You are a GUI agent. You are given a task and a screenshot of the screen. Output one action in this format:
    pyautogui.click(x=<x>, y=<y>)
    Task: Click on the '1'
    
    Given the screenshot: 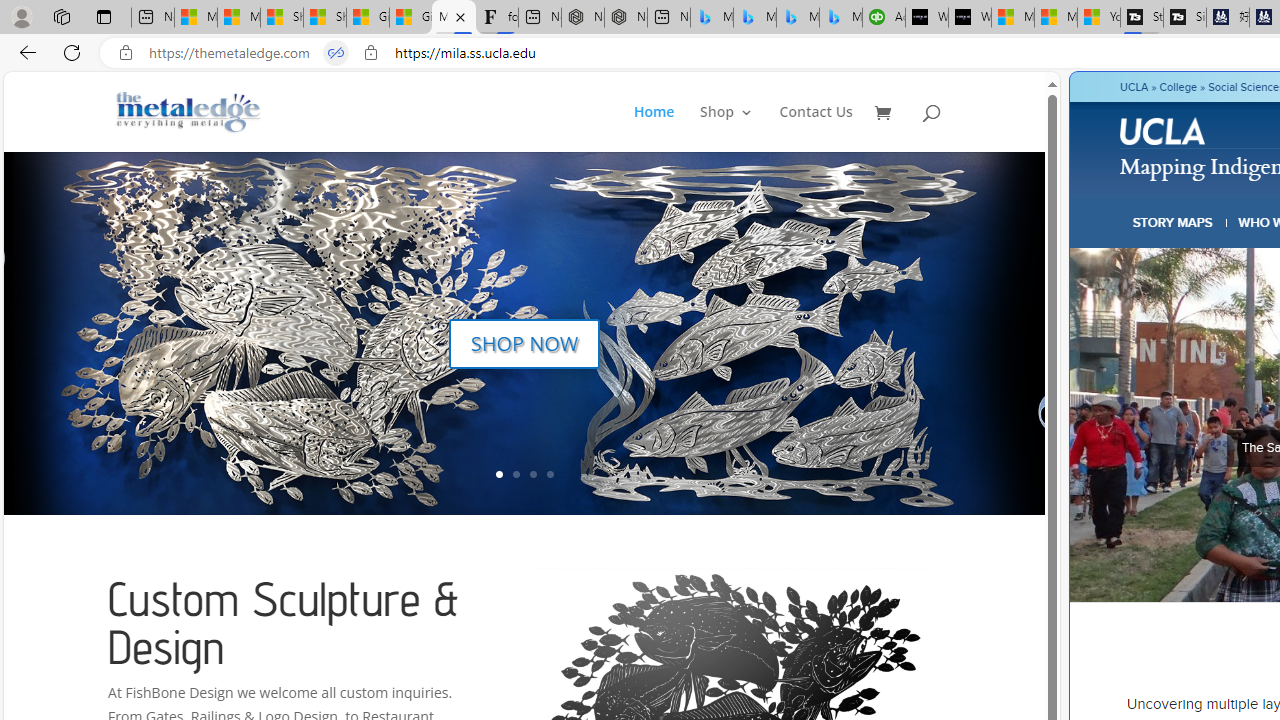 What is the action you would take?
    pyautogui.click(x=499, y=474)
    